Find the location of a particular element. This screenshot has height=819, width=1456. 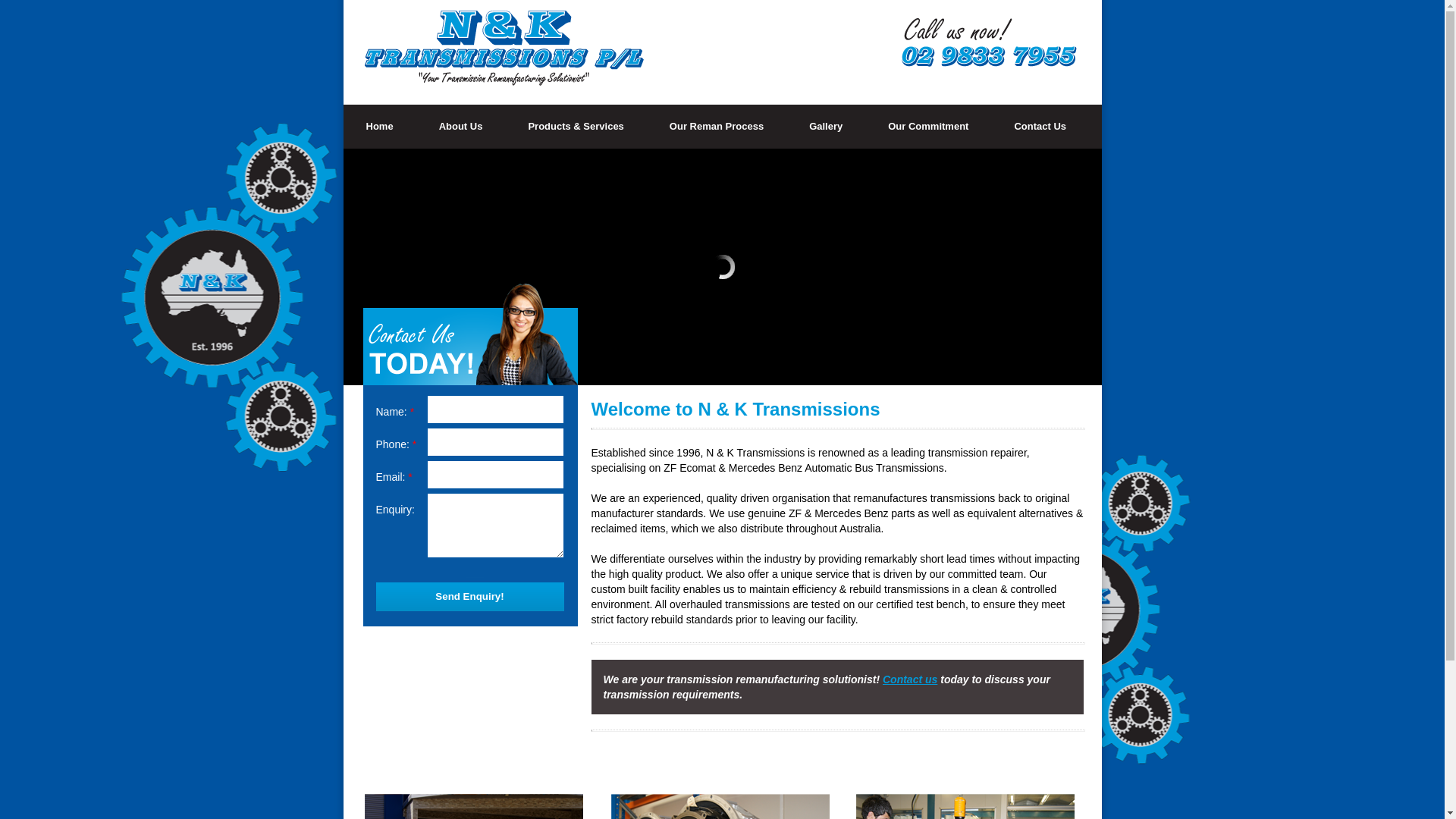

'Contact us' is located at coordinates (910, 678).